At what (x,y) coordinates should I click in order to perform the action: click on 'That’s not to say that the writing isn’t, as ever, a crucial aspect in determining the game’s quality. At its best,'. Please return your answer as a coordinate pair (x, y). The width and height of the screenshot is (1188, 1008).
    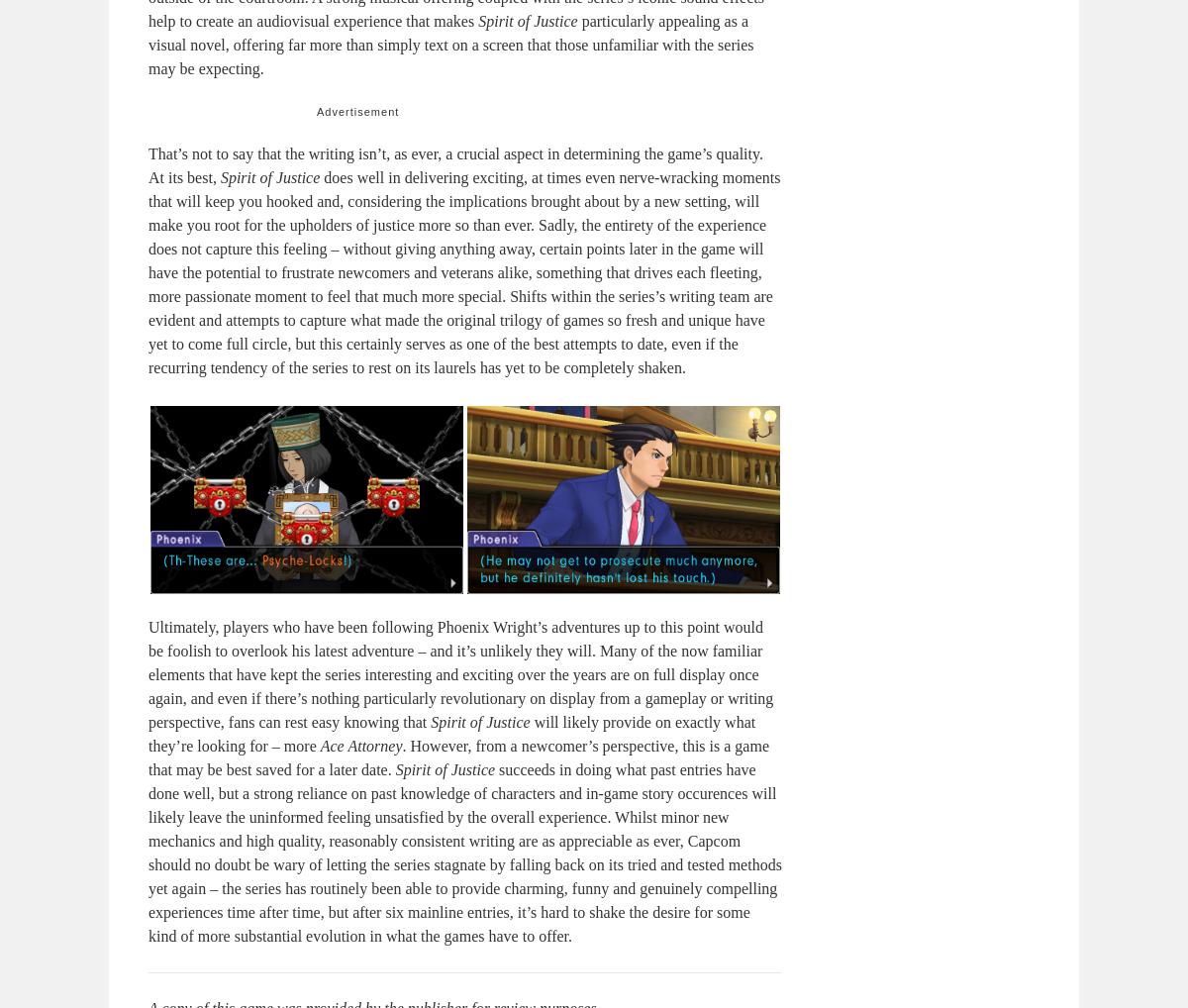
    Looking at the image, I should click on (453, 165).